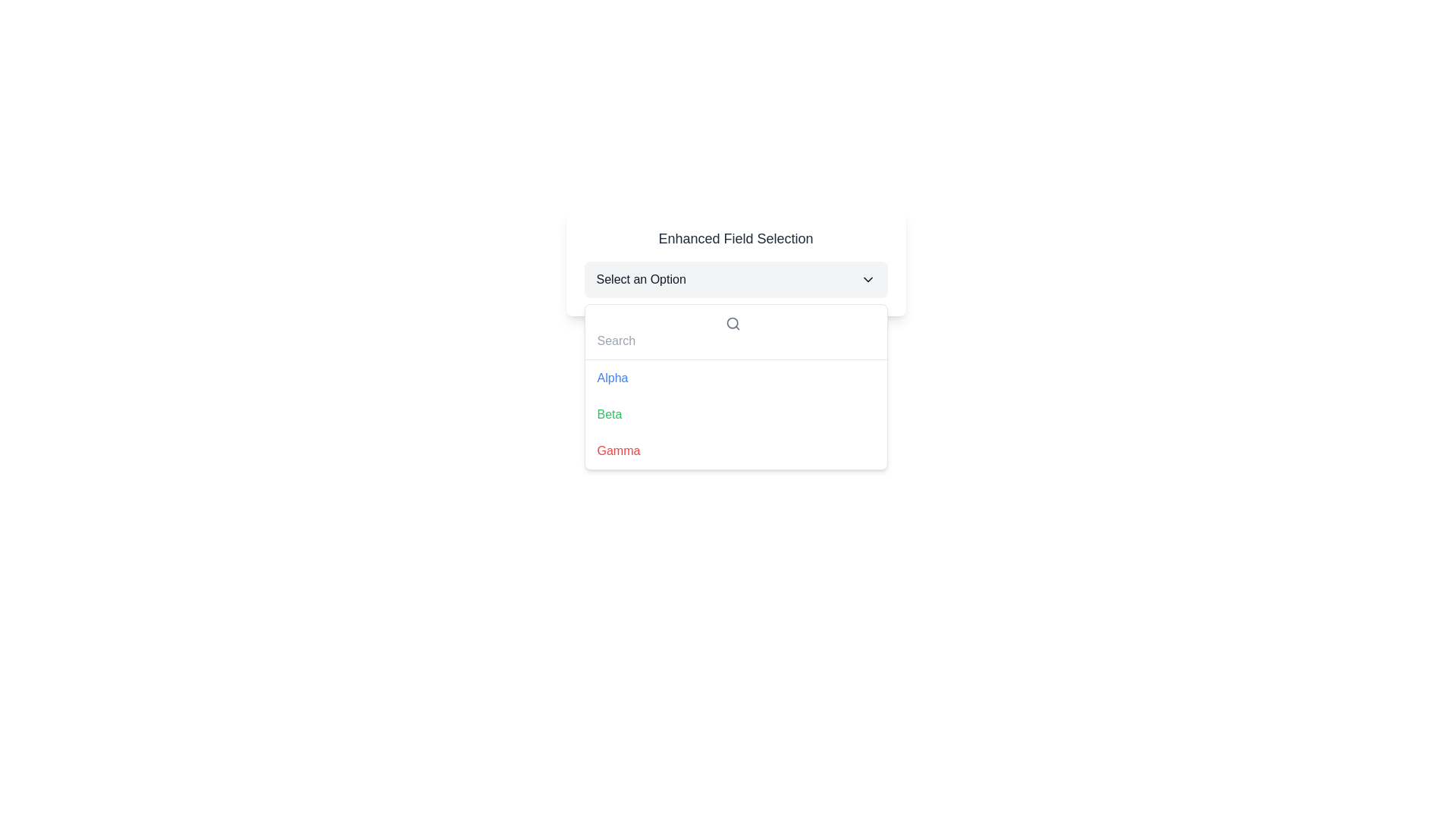 Image resolution: width=1456 pixels, height=819 pixels. Describe the element at coordinates (736, 377) in the screenshot. I see `the first item in the dropdown menu to choose the option` at that location.